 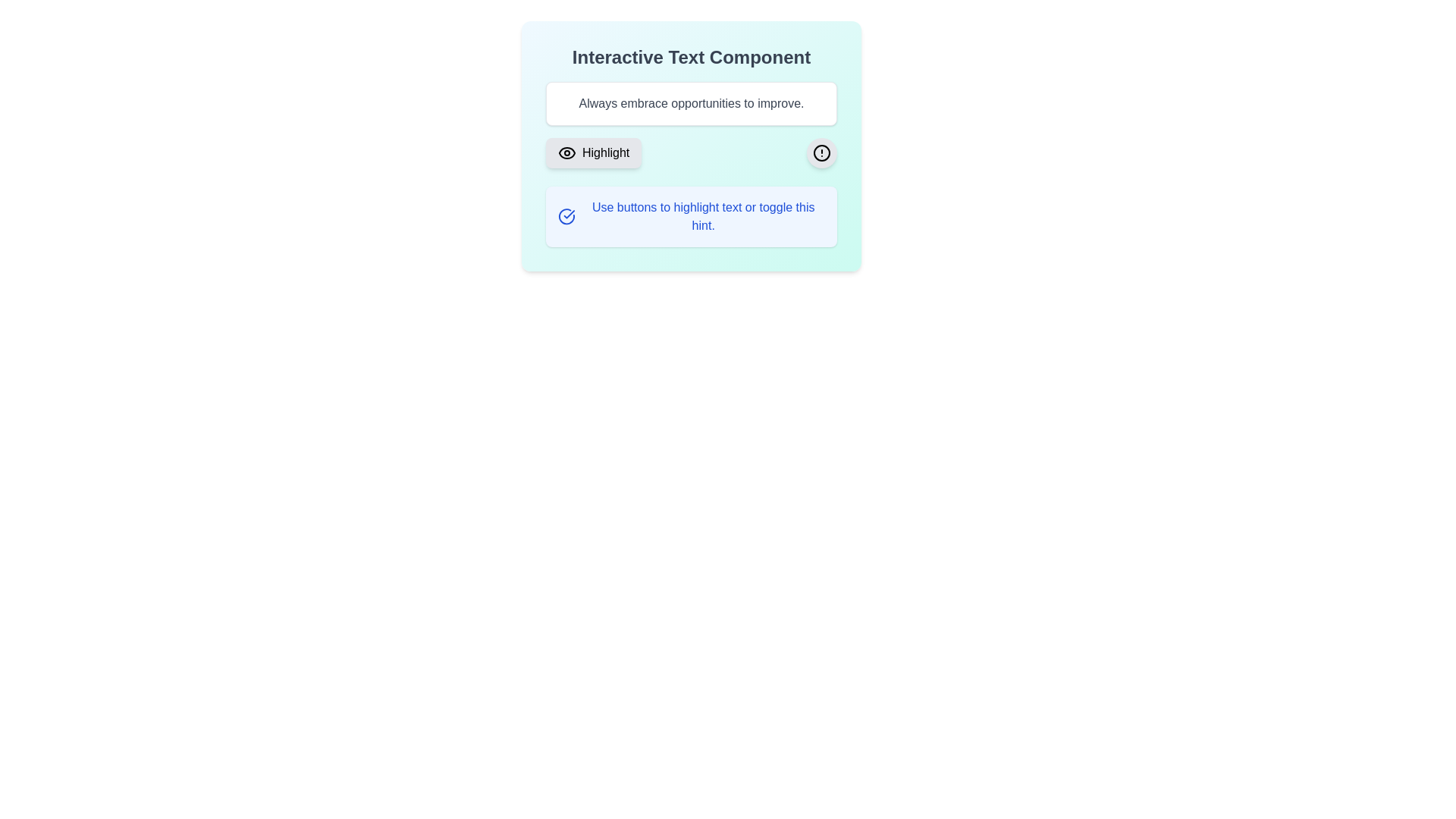 What do you see at coordinates (821, 152) in the screenshot?
I see `the circular button with a gray background and black border that contains a black alert icon, located in the top-right corner of the 'Highlight' label button` at bounding box center [821, 152].